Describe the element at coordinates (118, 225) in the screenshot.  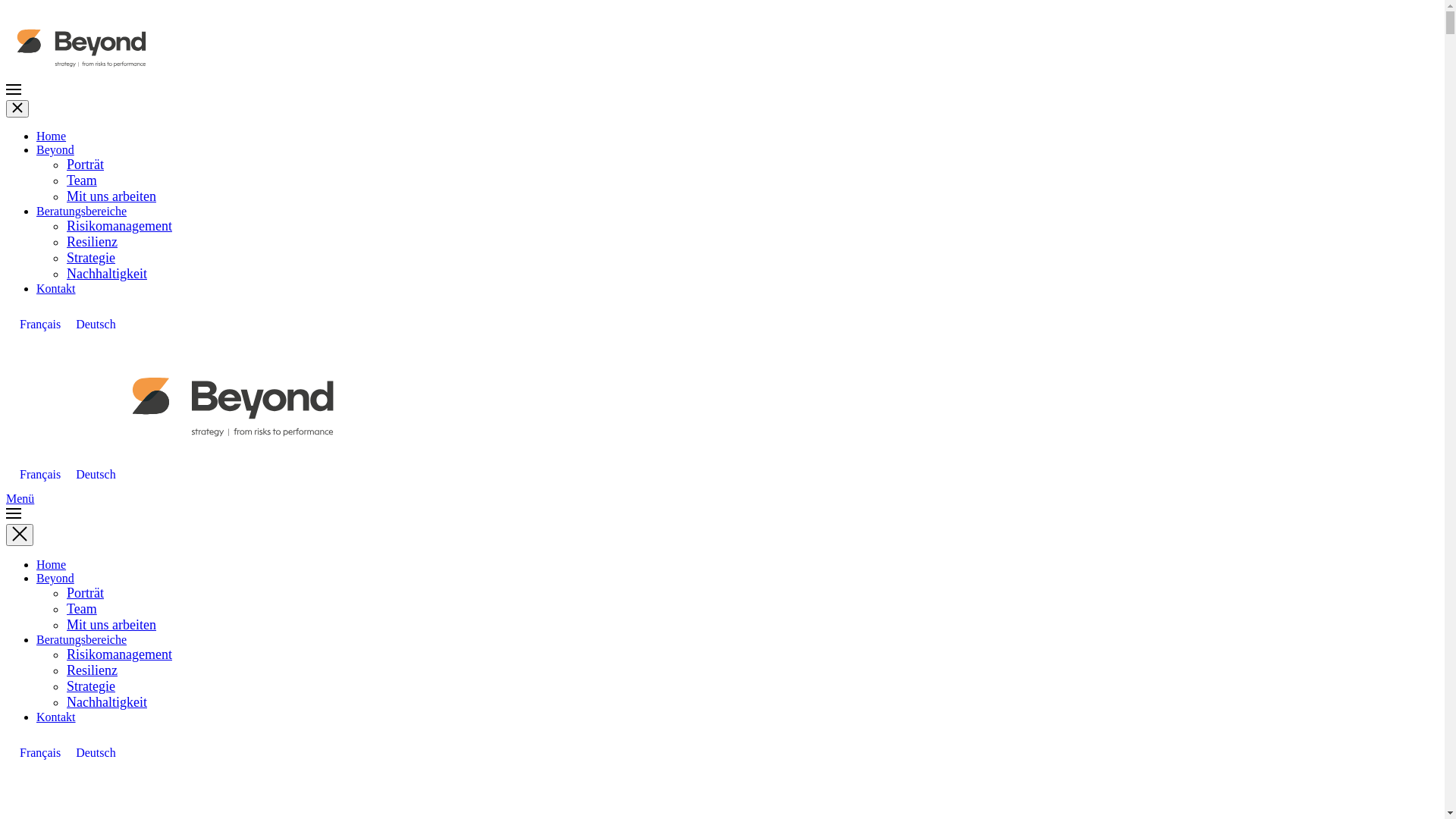
I see `'Risikomanagement'` at that location.